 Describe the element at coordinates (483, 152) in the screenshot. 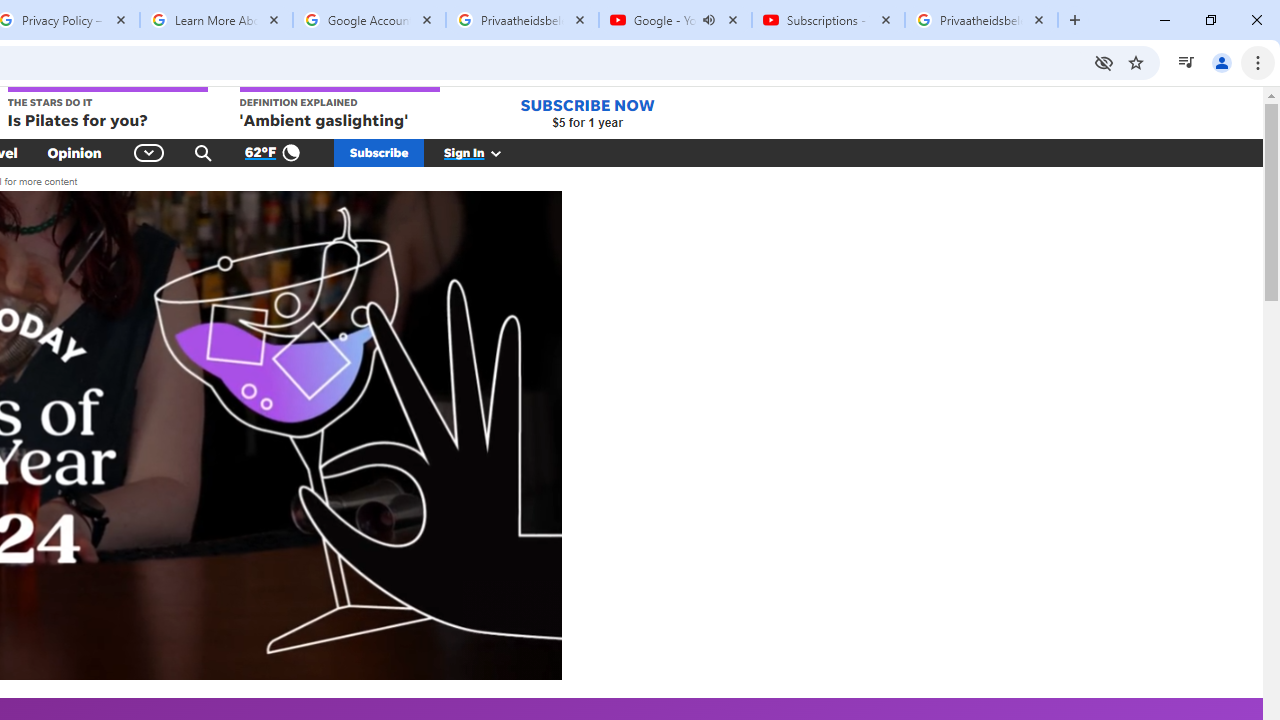

I see `'Sign In'` at that location.